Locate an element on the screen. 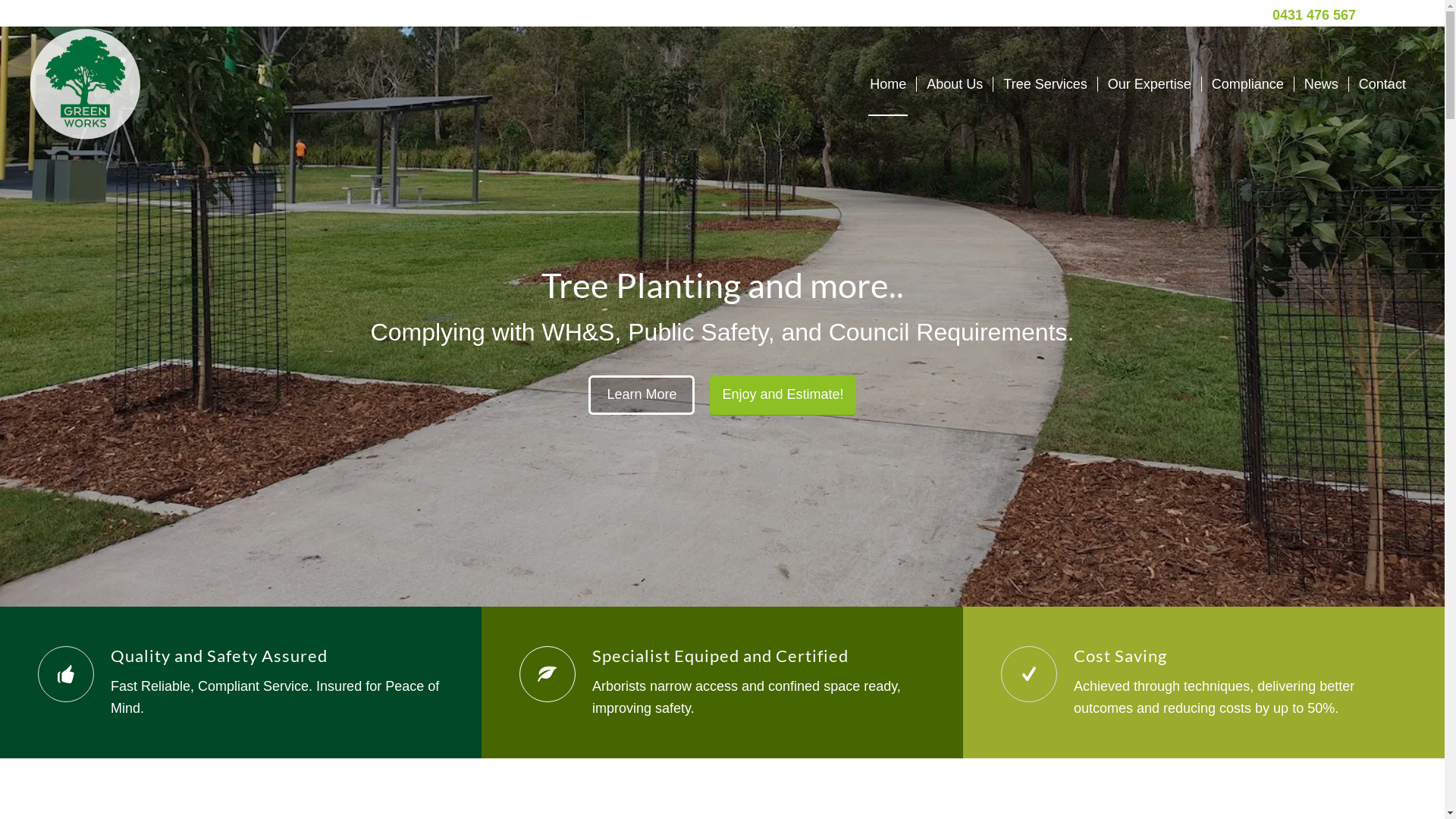 The width and height of the screenshot is (1456, 819). 'Tree Services' is located at coordinates (1043, 84).